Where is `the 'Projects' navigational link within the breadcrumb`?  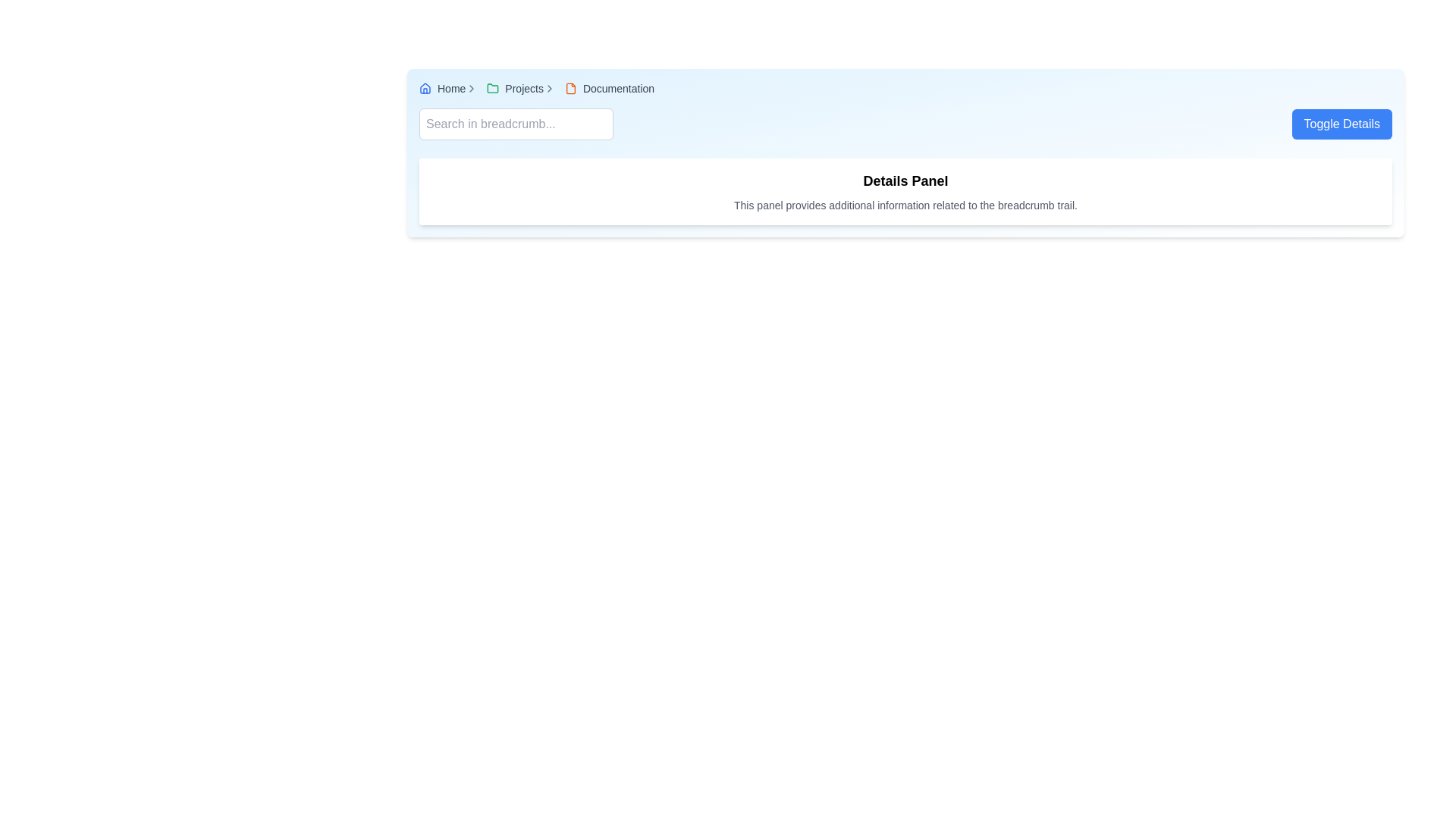 the 'Projects' navigational link within the breadcrumb is located at coordinates (521, 88).